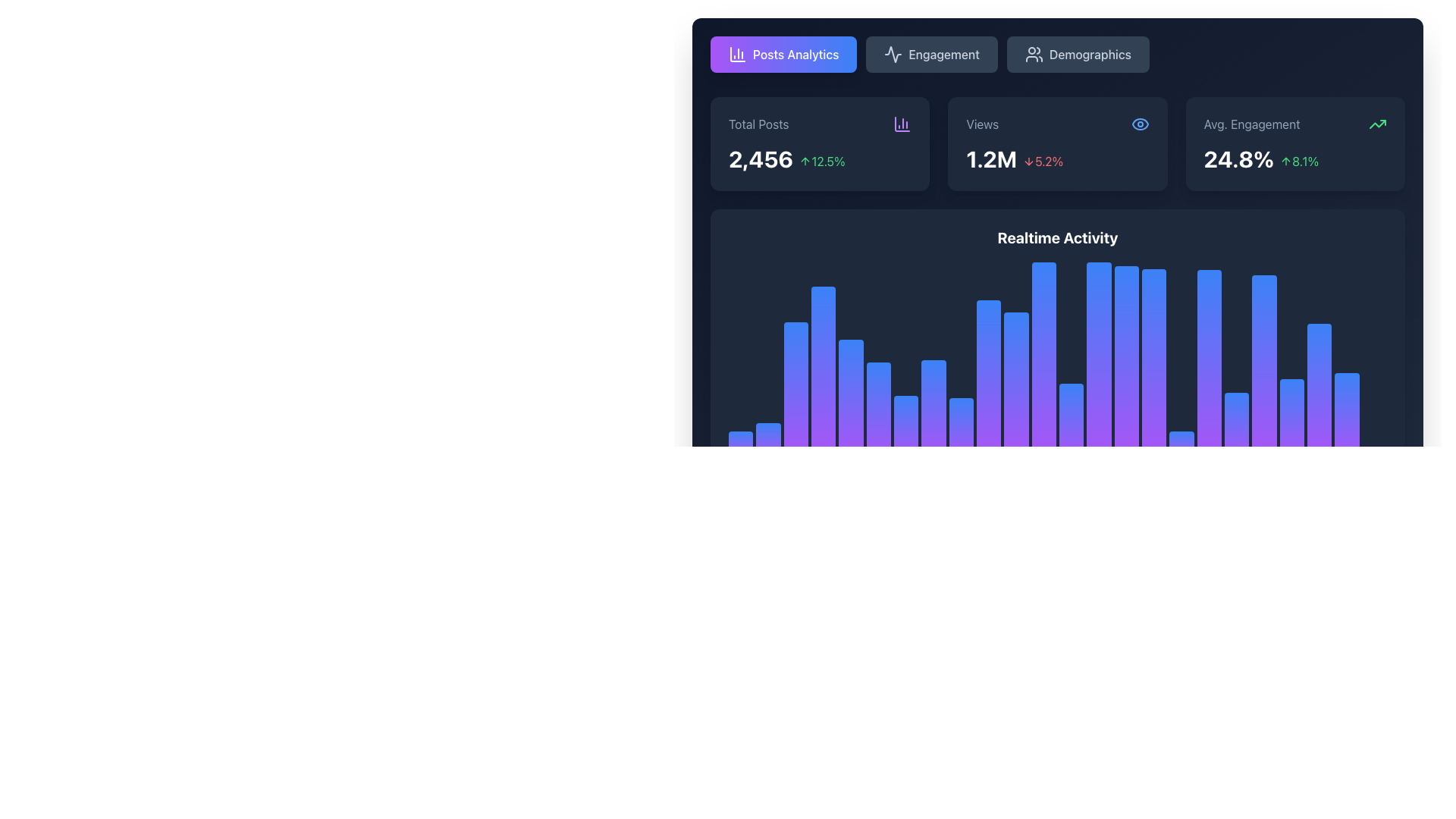 Image resolution: width=1456 pixels, height=819 pixels. Describe the element at coordinates (1043, 388) in the screenshot. I see `the twelfth graphical bar in the bar chart, which represents a specific data point and is centrally located among similar bars` at that location.